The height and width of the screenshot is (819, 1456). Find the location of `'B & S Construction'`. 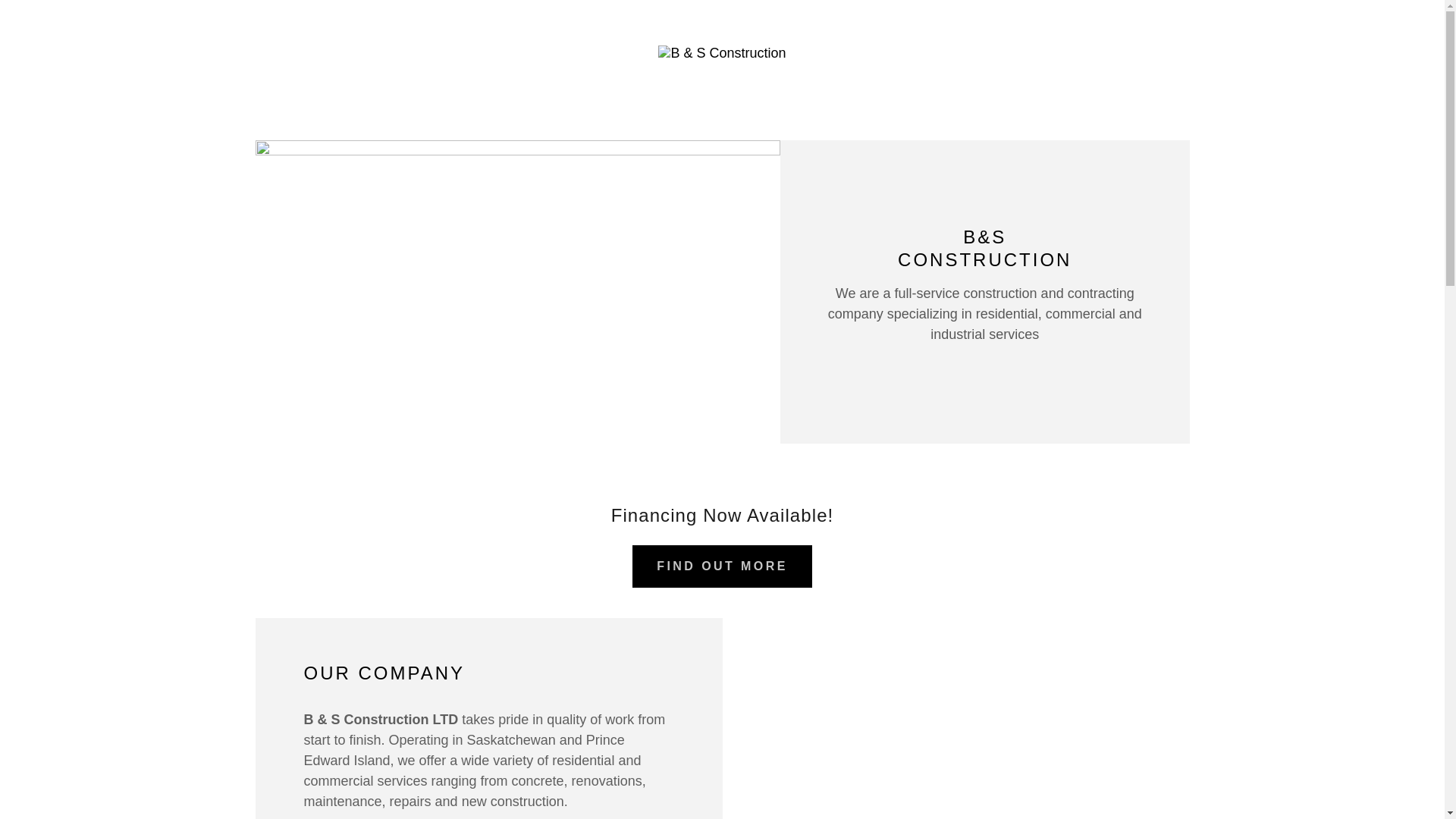

'B & S Construction' is located at coordinates (720, 52).